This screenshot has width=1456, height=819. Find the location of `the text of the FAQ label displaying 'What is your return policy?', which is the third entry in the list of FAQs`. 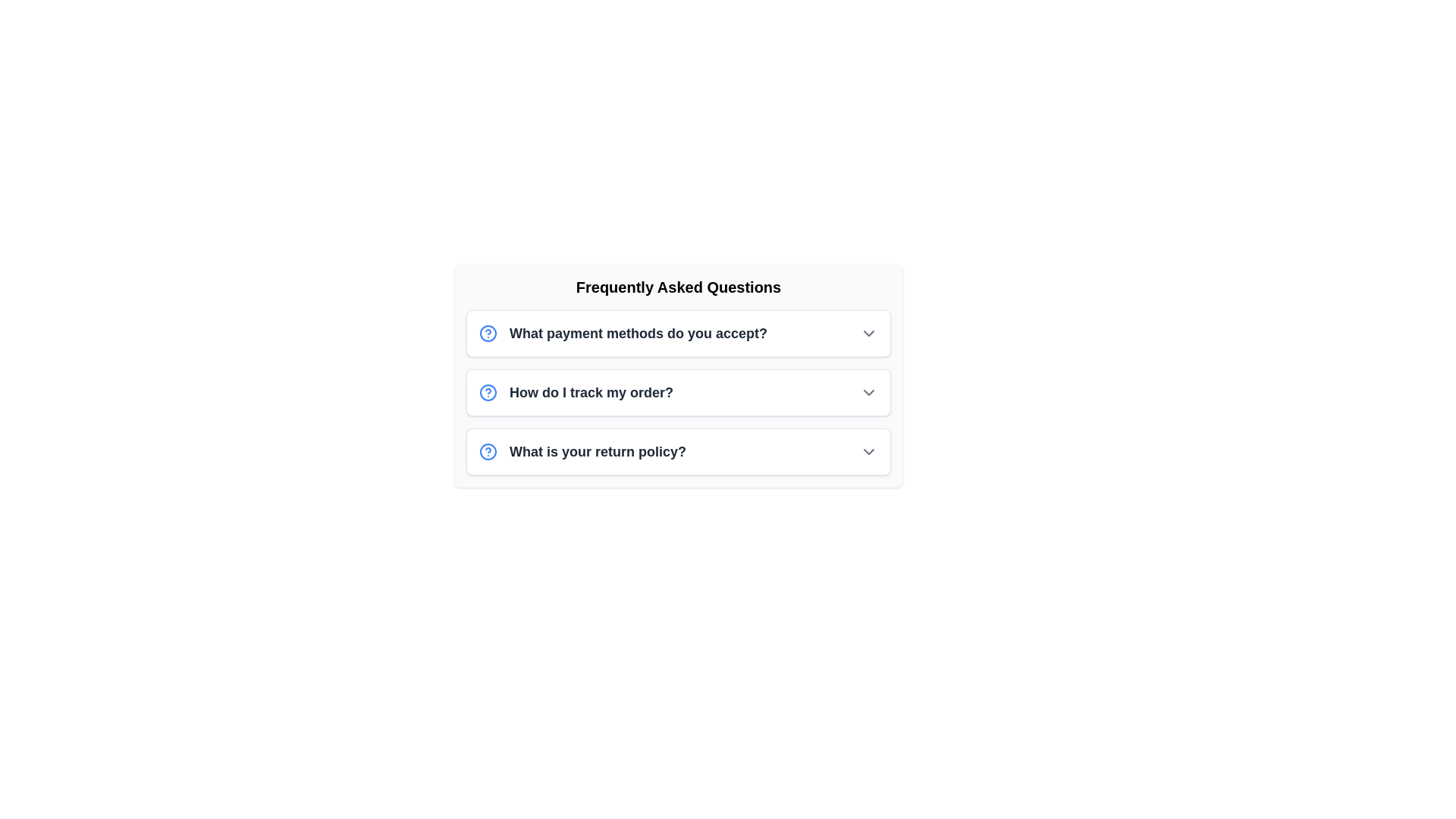

the text of the FAQ label displaying 'What is your return policy?', which is the third entry in the list of FAQs is located at coordinates (597, 451).